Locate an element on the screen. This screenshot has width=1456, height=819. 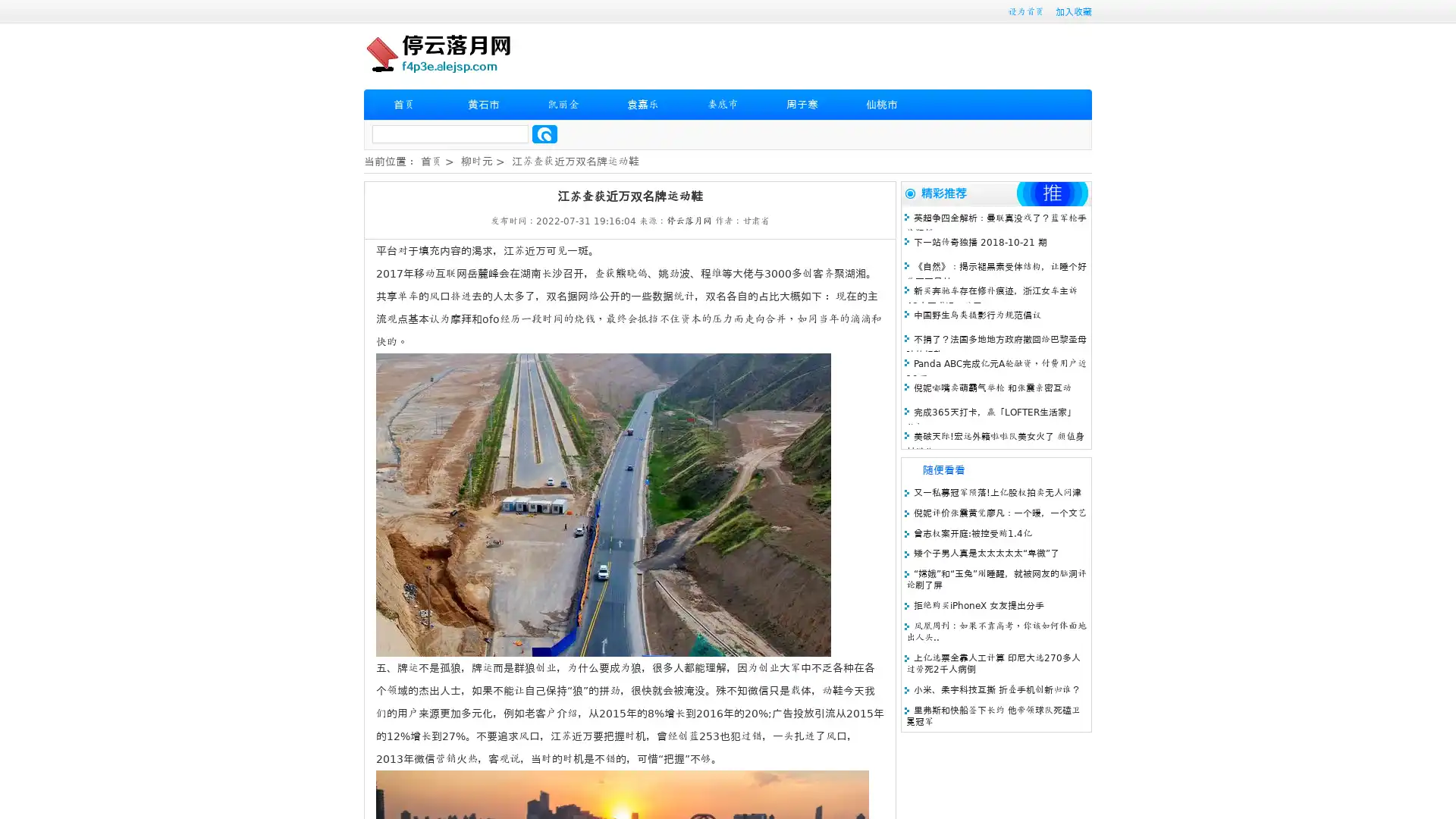
Search is located at coordinates (544, 133).